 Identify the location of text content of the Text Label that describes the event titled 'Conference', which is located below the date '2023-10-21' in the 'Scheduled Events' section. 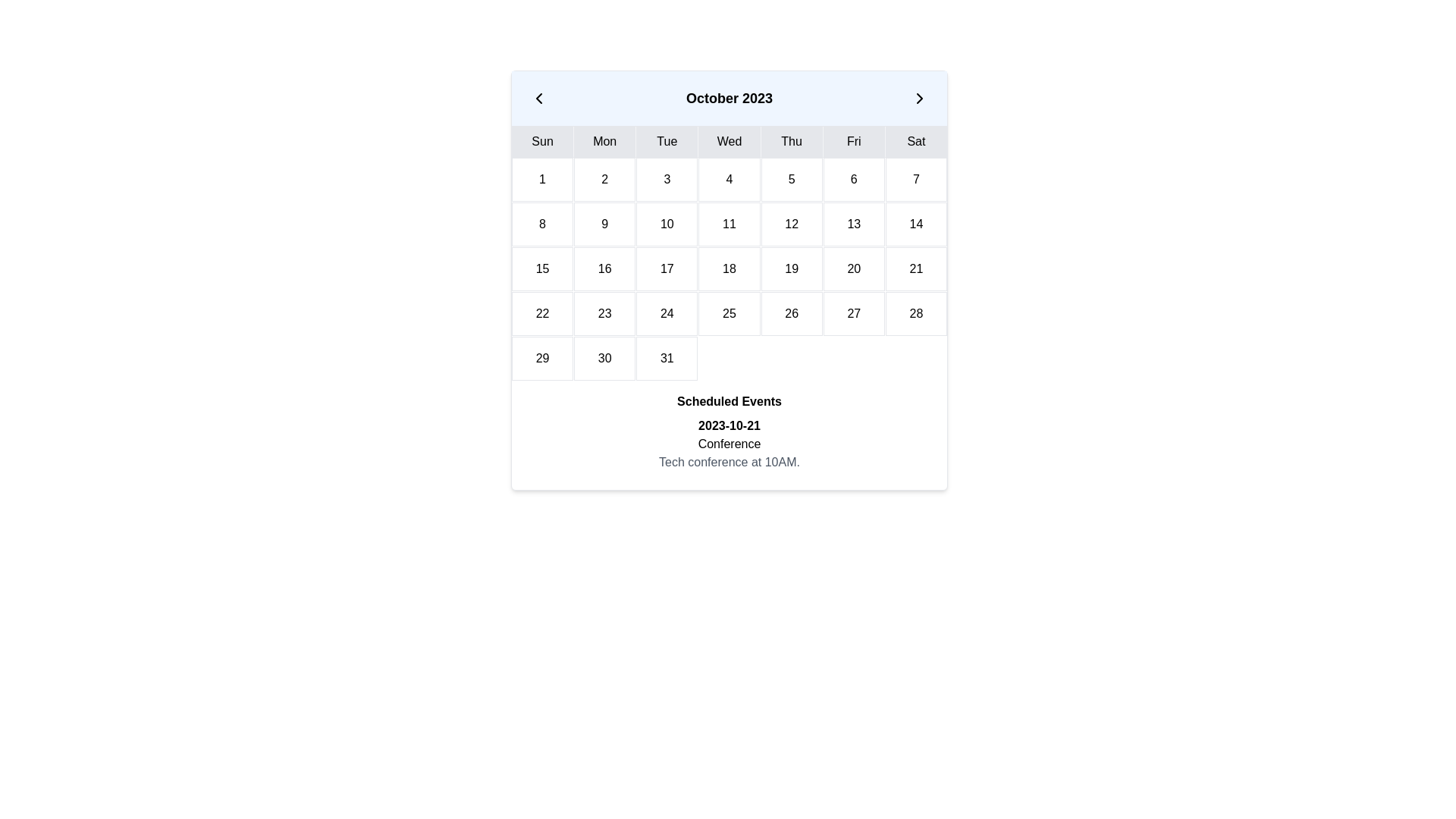
(729, 444).